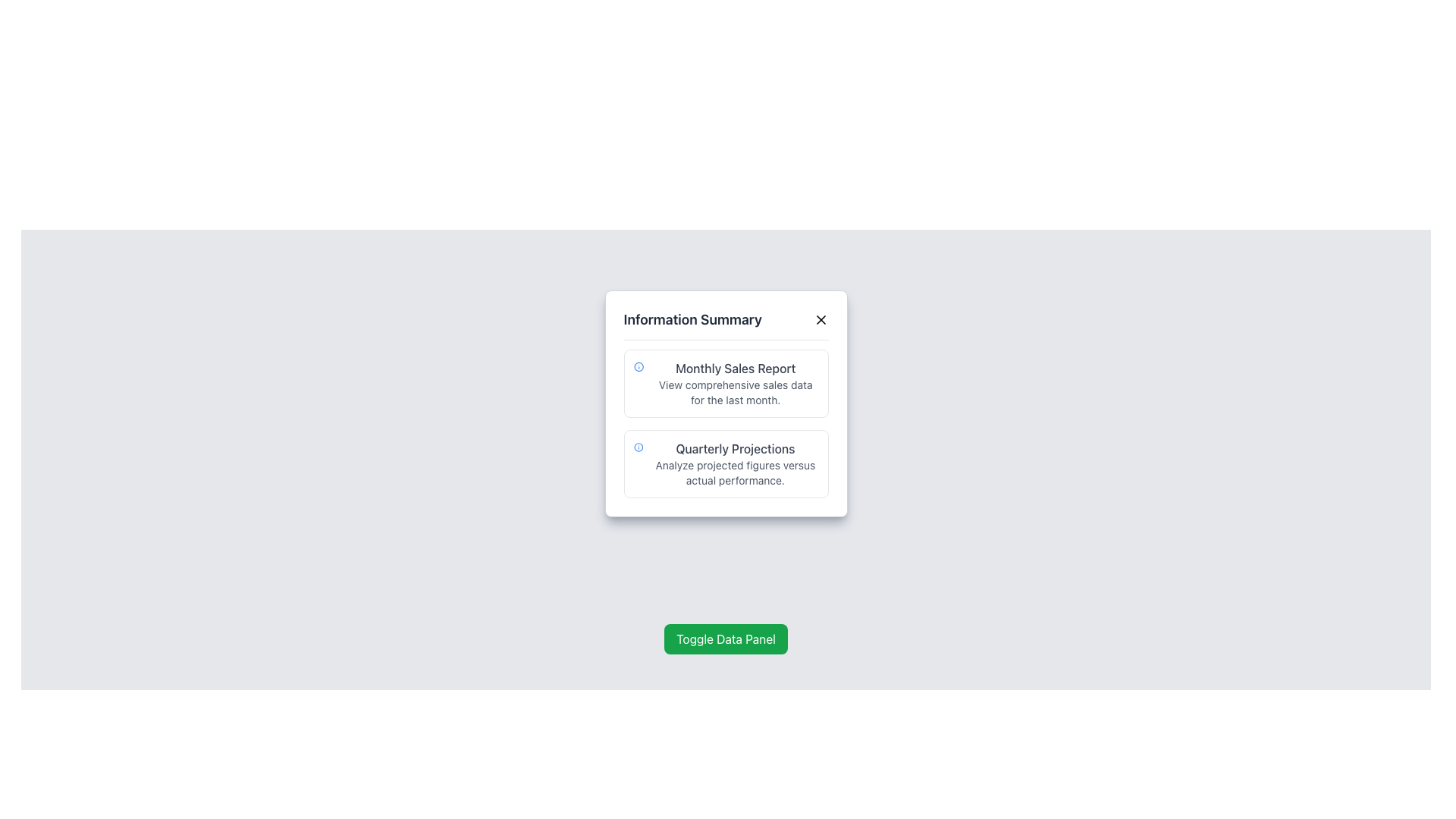  Describe the element at coordinates (820, 318) in the screenshot. I see `the red 'X' icon button located at the top-right corner of the 'Information Summary' card` at that location.